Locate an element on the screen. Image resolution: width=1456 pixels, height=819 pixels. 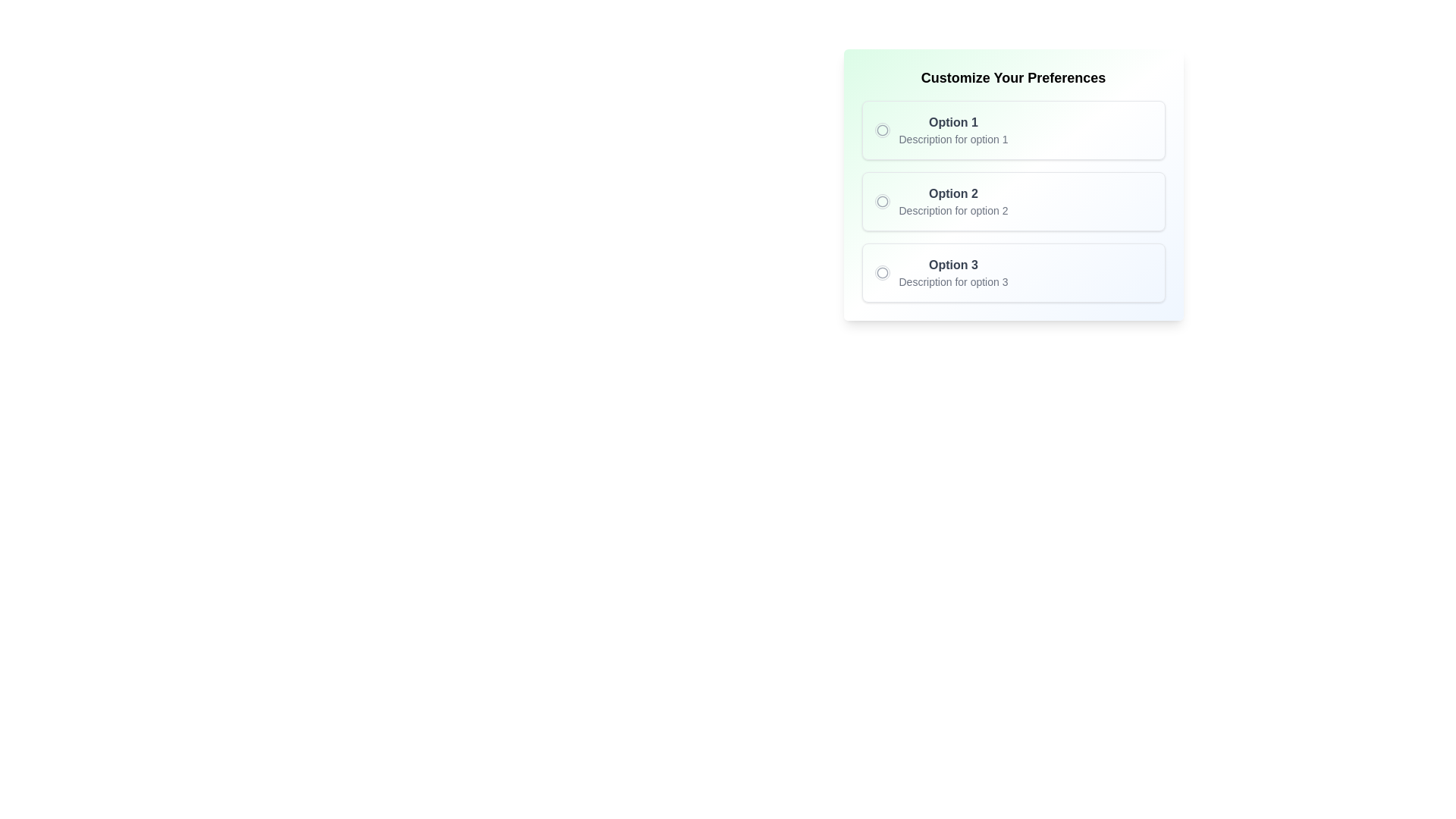
the text label that displays 'Option 3', which is styled in bold dark gray and located within the third option of a vertical list under 'Customize Your Preferences' is located at coordinates (952, 265).